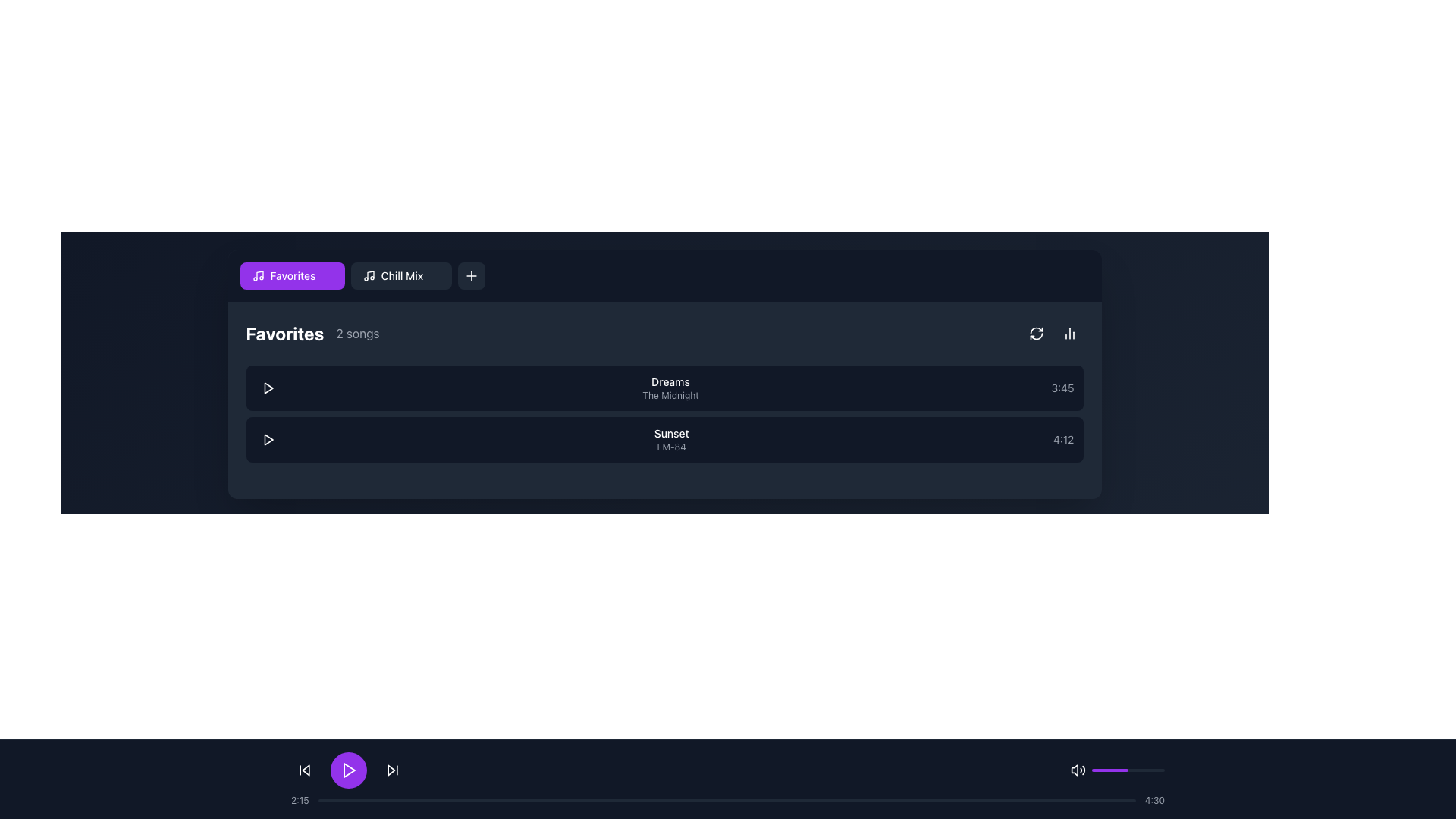 The width and height of the screenshot is (1456, 819). I want to click on the musical note icon located inside the 'Favorites' button, so click(258, 275).